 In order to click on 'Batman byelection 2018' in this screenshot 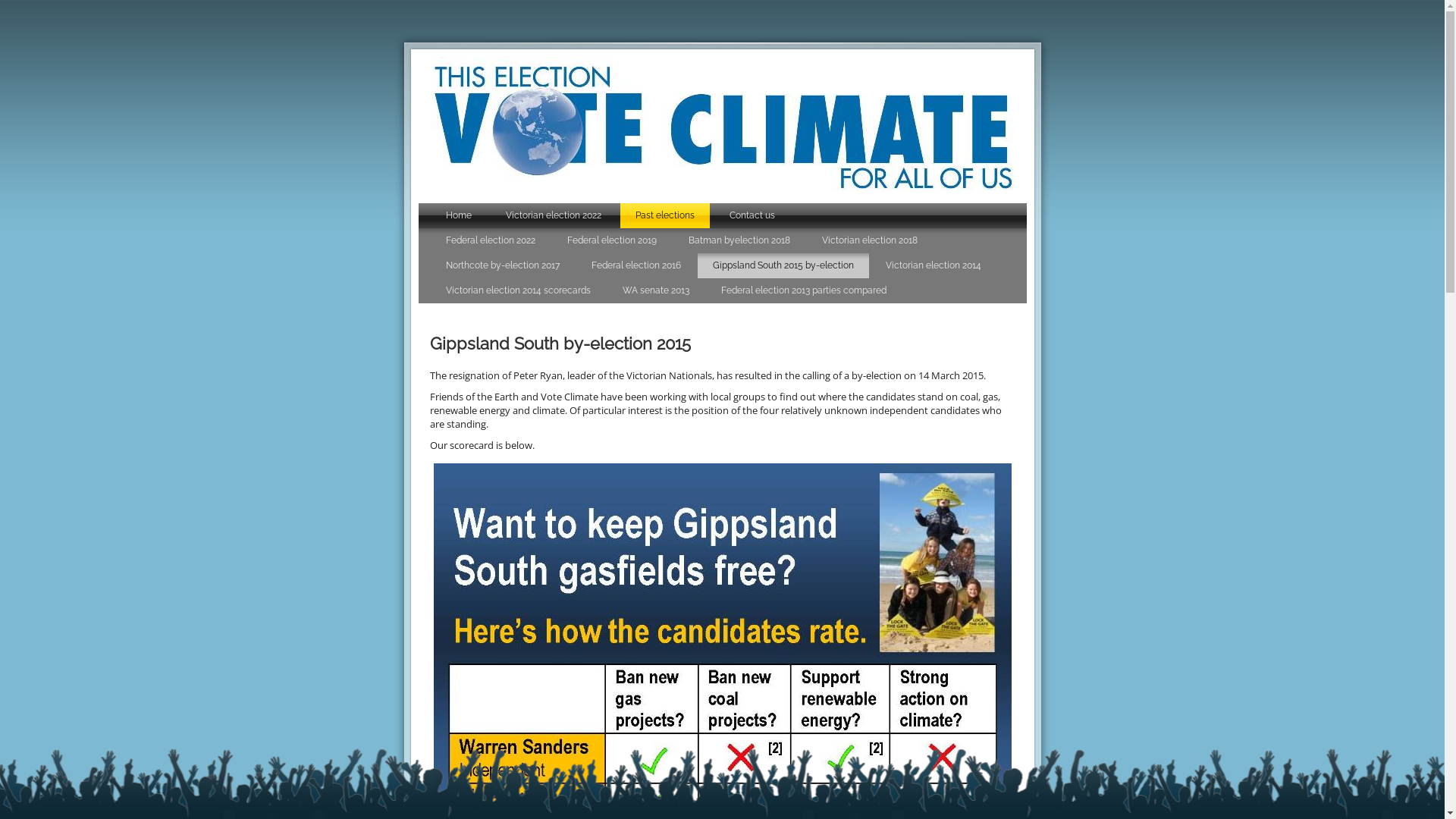, I will do `click(739, 240)`.